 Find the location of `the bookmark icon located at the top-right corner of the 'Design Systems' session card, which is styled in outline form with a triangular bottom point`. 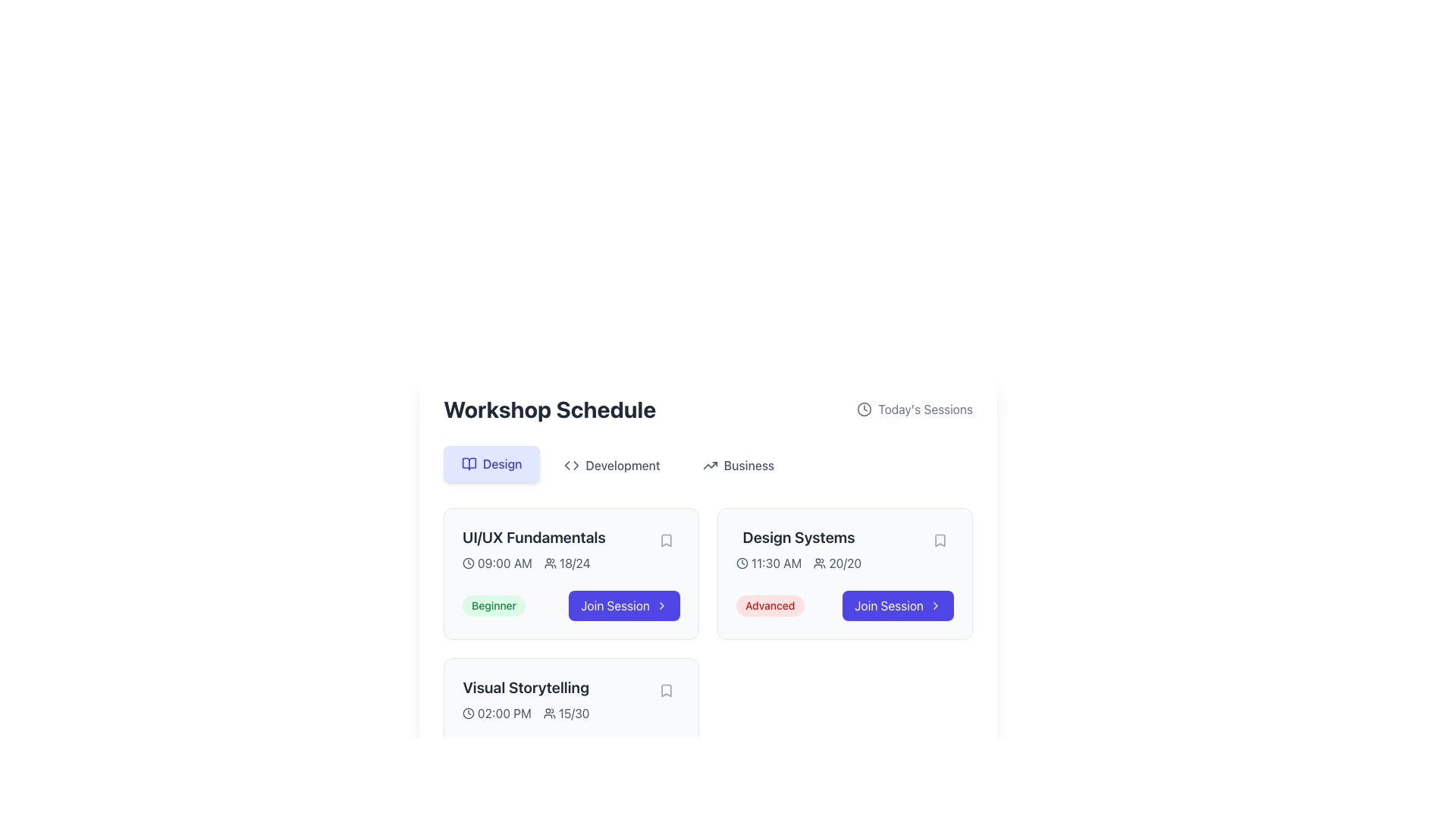

the bookmark icon located at the top-right corner of the 'Design Systems' session card, which is styled in outline form with a triangular bottom point is located at coordinates (939, 540).